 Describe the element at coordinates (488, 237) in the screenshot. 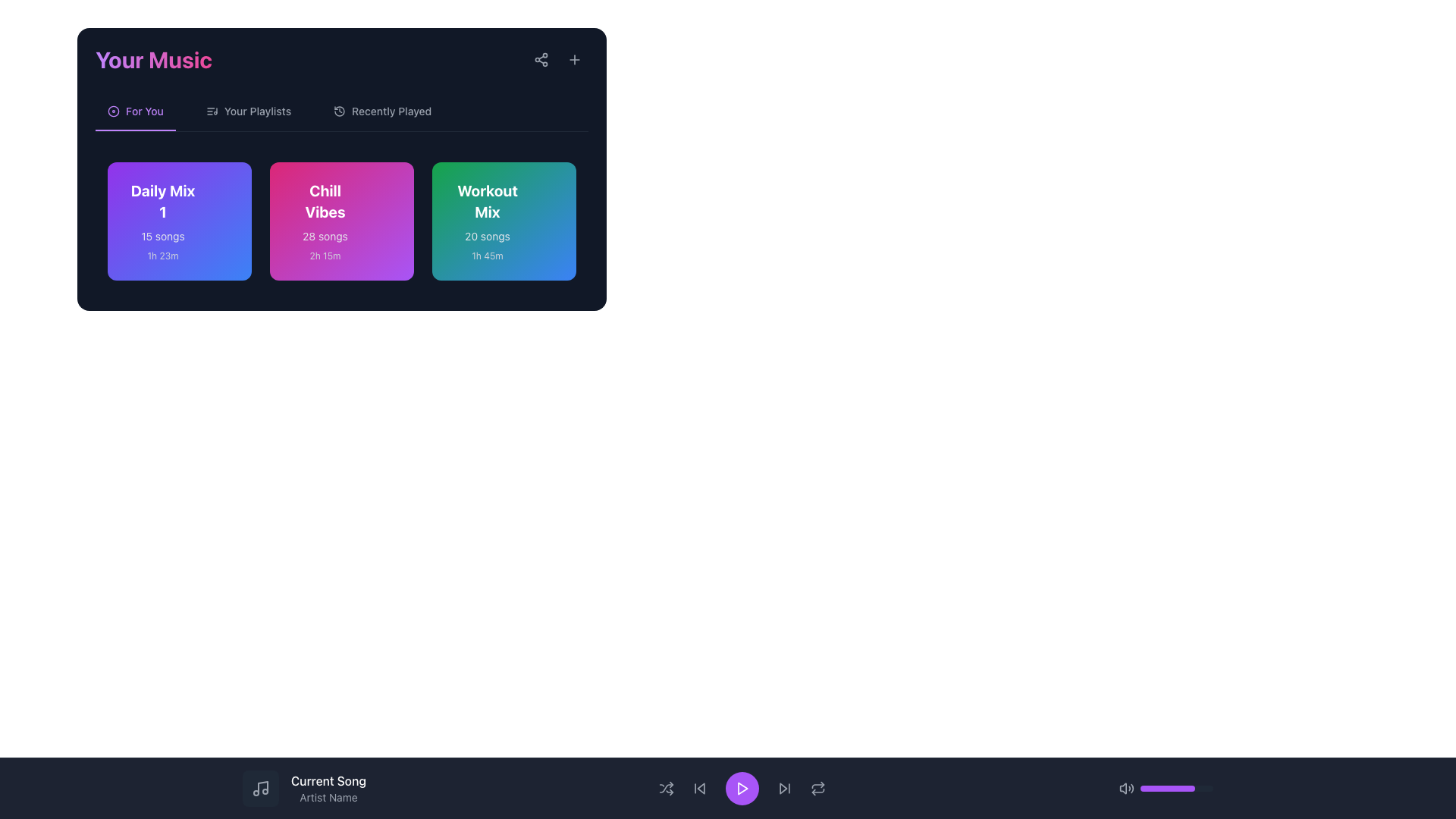

I see `the text label displaying '20 songs' located underneath the title 'Workout Mix' within the card layout` at that location.